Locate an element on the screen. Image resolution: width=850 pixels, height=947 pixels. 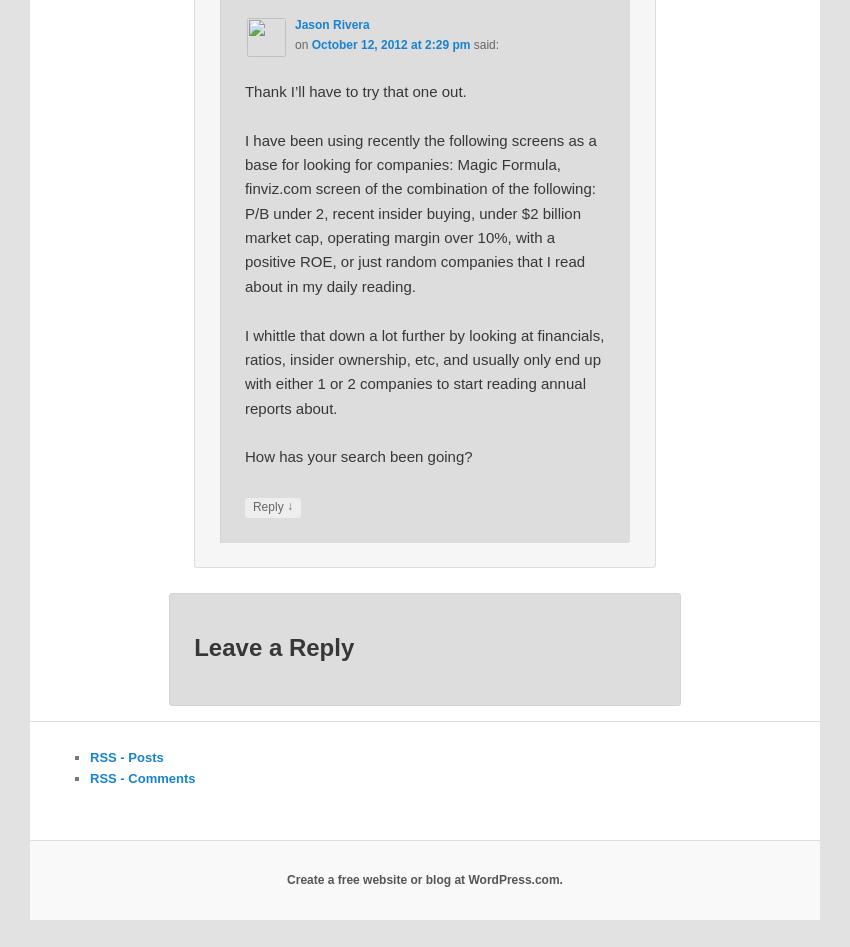
'Leave a Reply' is located at coordinates (273, 647).